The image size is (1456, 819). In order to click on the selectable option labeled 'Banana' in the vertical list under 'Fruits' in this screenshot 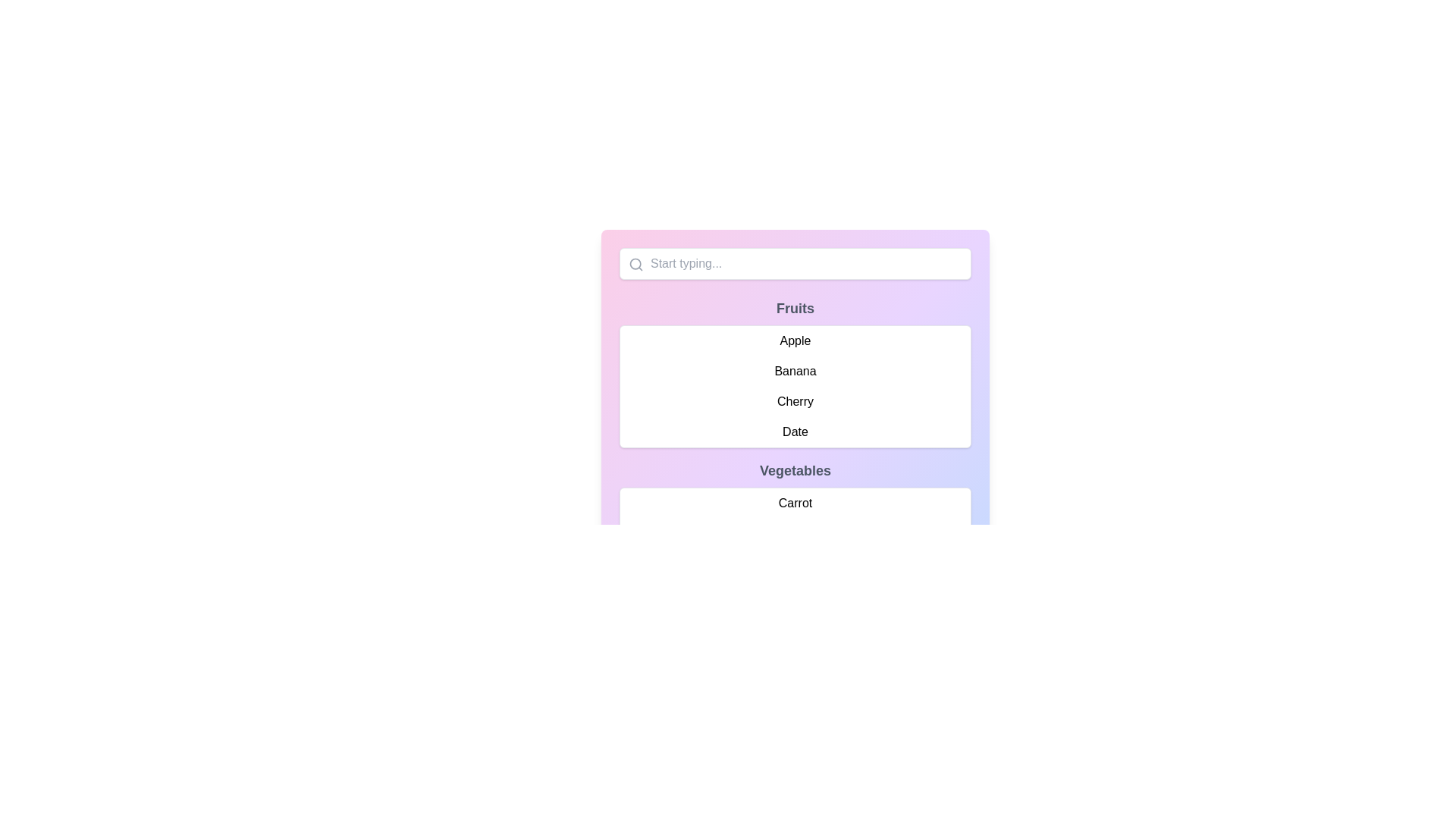, I will do `click(795, 371)`.